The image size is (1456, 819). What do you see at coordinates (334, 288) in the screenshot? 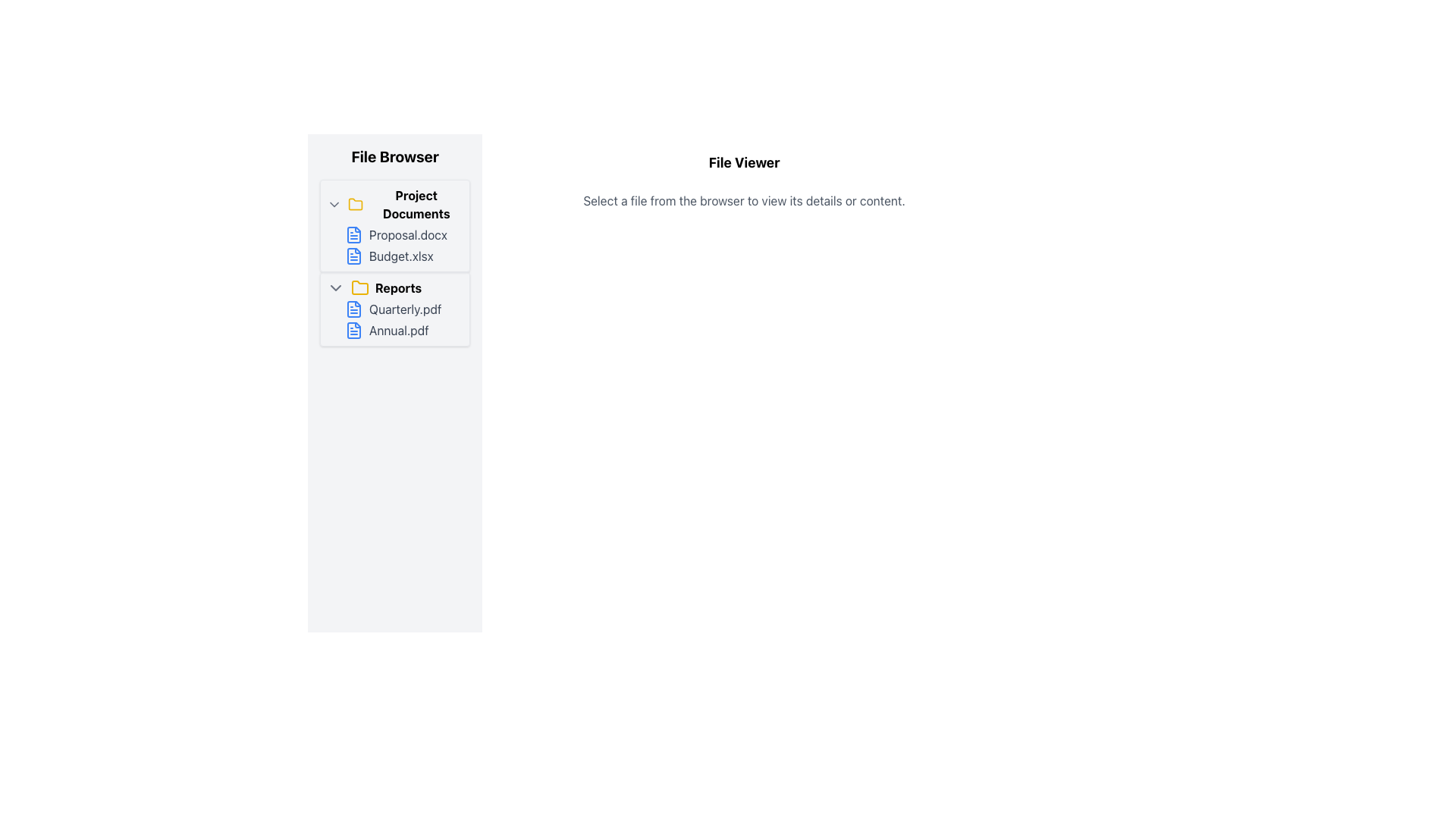
I see `the Dropdown indicator (chevron icon) next to the 'Reports' folder in the left sidebar` at bounding box center [334, 288].